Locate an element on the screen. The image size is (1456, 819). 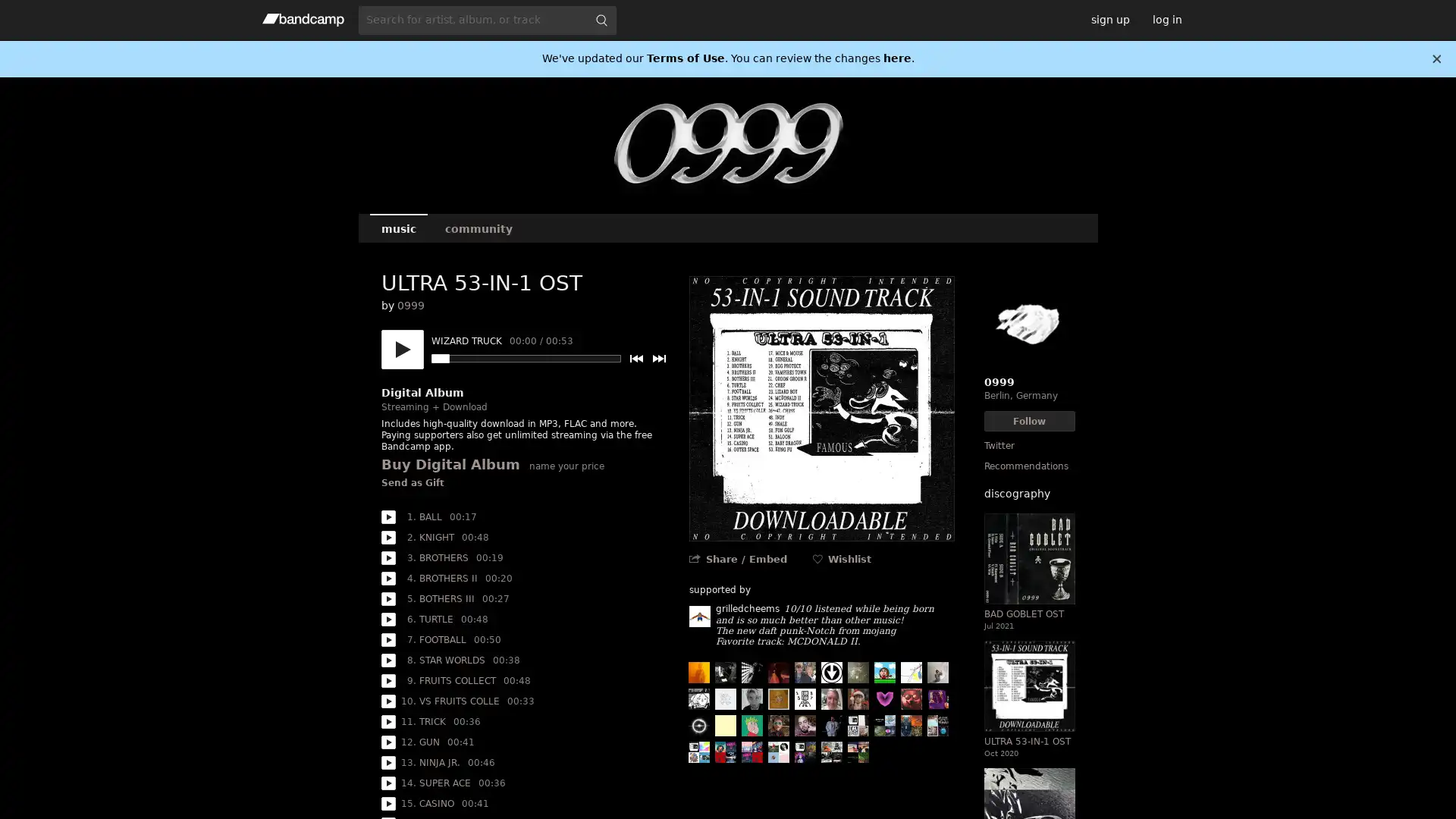
Play GUN is located at coordinates (388, 742).